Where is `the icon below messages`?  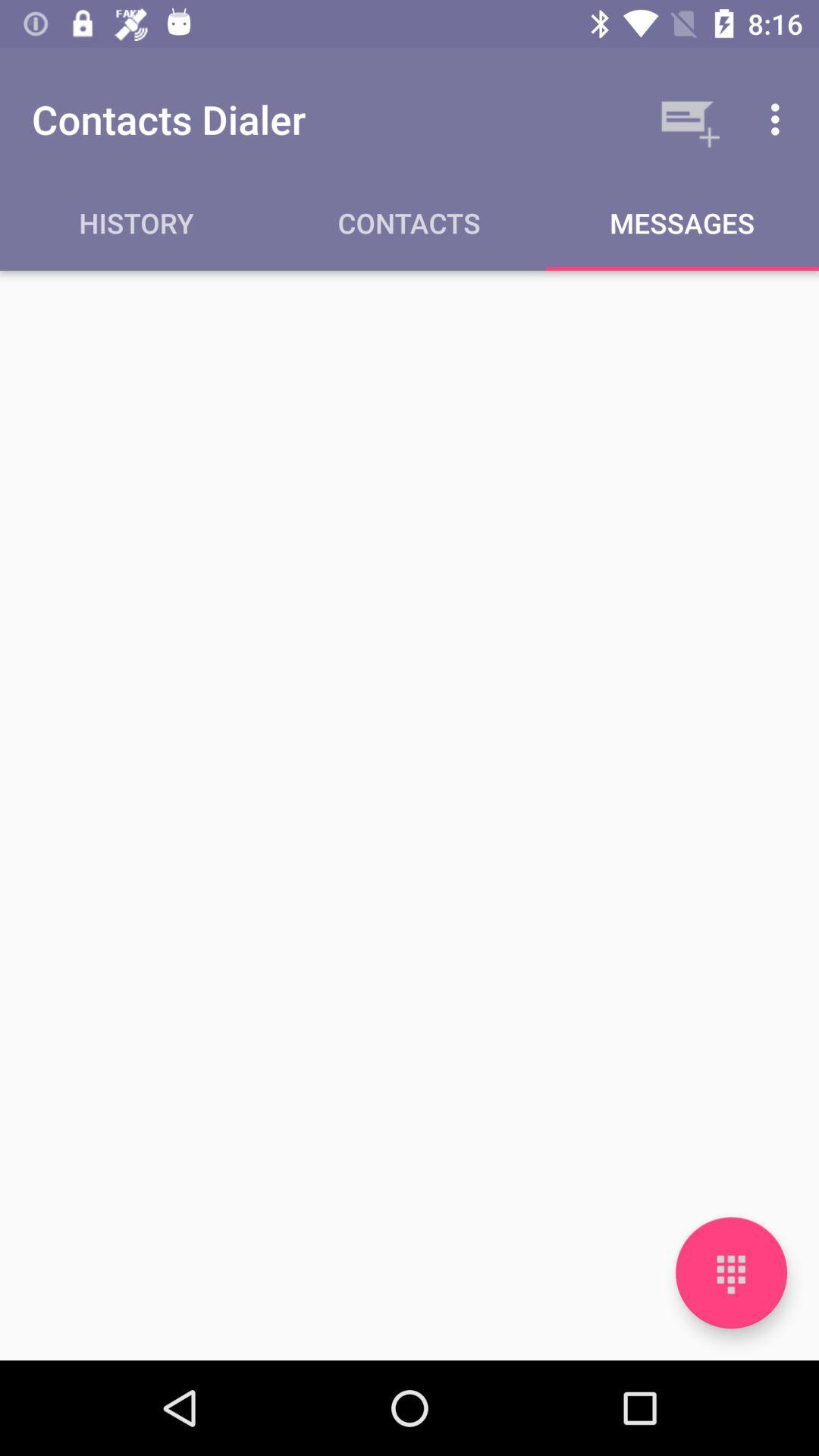
the icon below messages is located at coordinates (730, 1272).